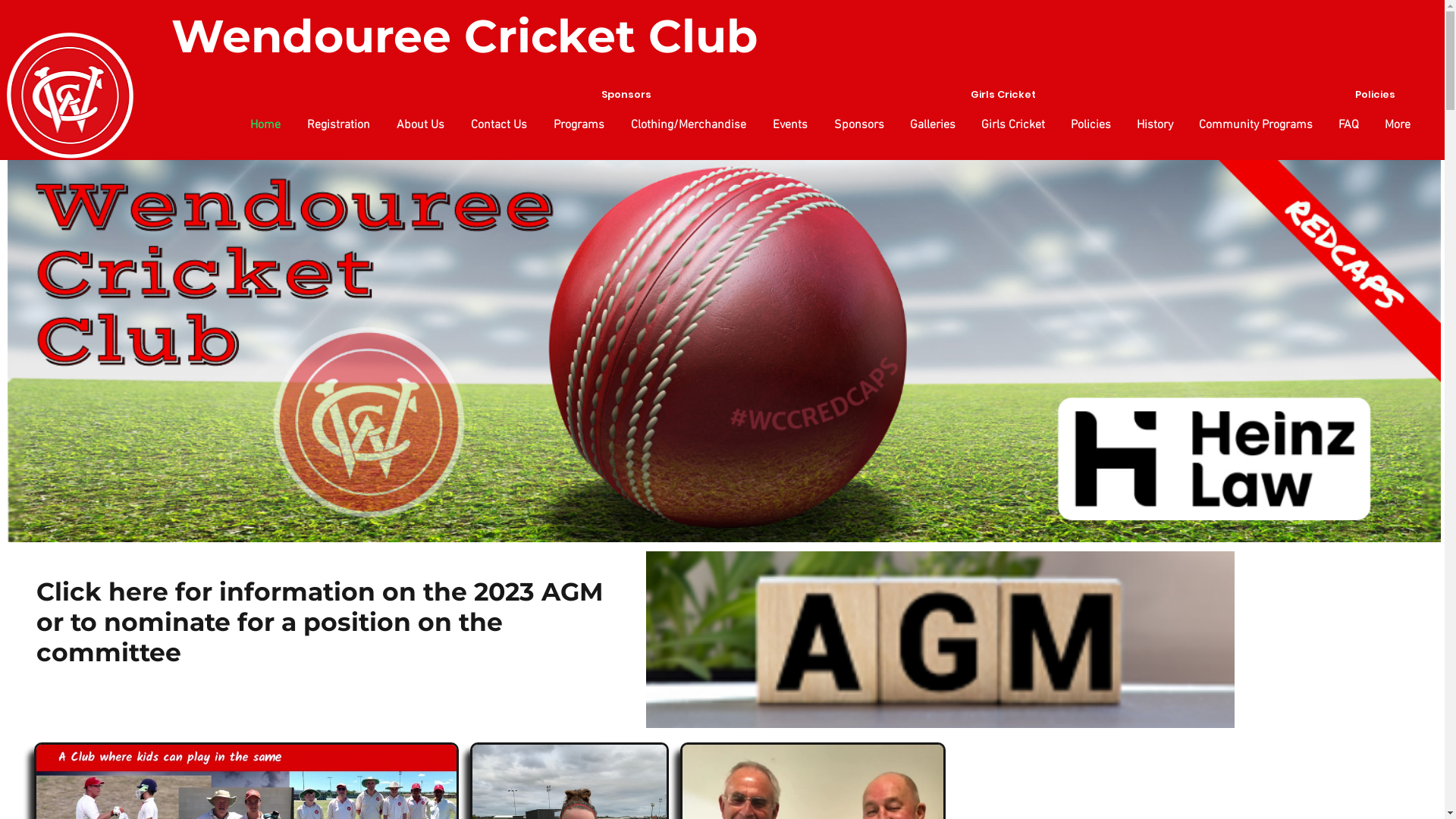 This screenshot has width=1456, height=819. Describe the element at coordinates (930, 124) in the screenshot. I see `'Galleries'` at that location.